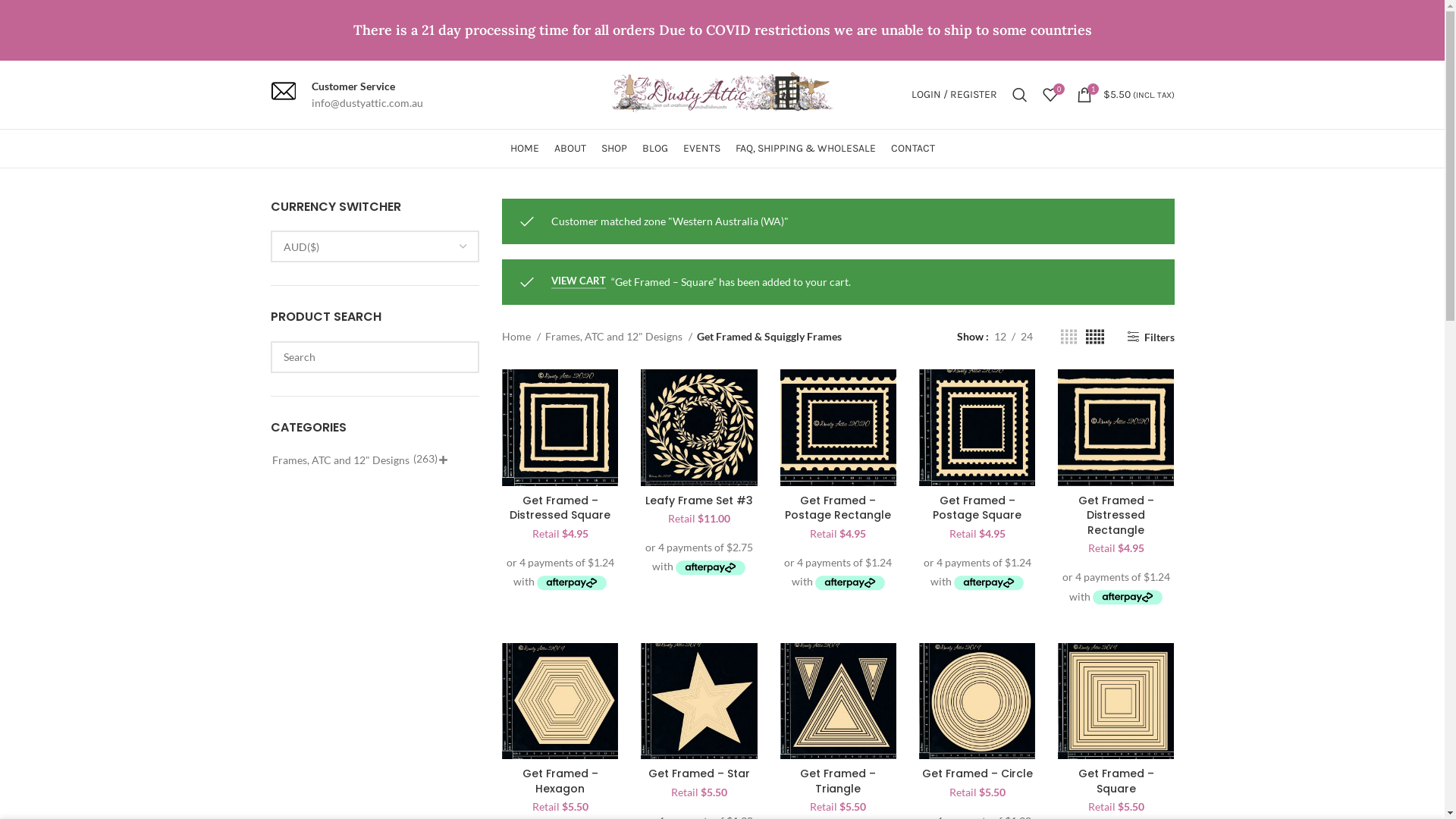  I want to click on 'LOGIN / REGISTER', so click(953, 94).